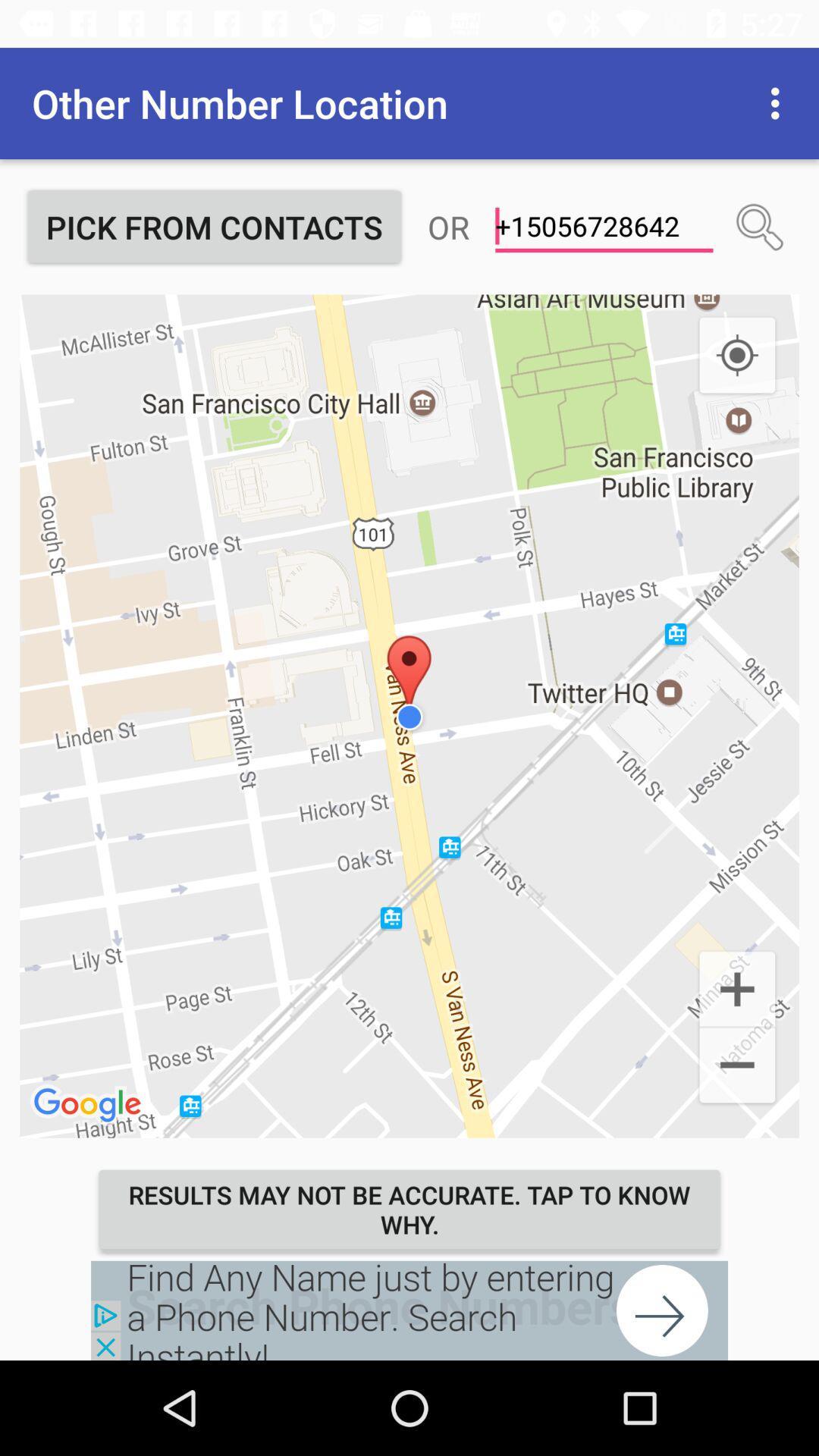  Describe the element at coordinates (760, 226) in the screenshot. I see `search contact` at that location.